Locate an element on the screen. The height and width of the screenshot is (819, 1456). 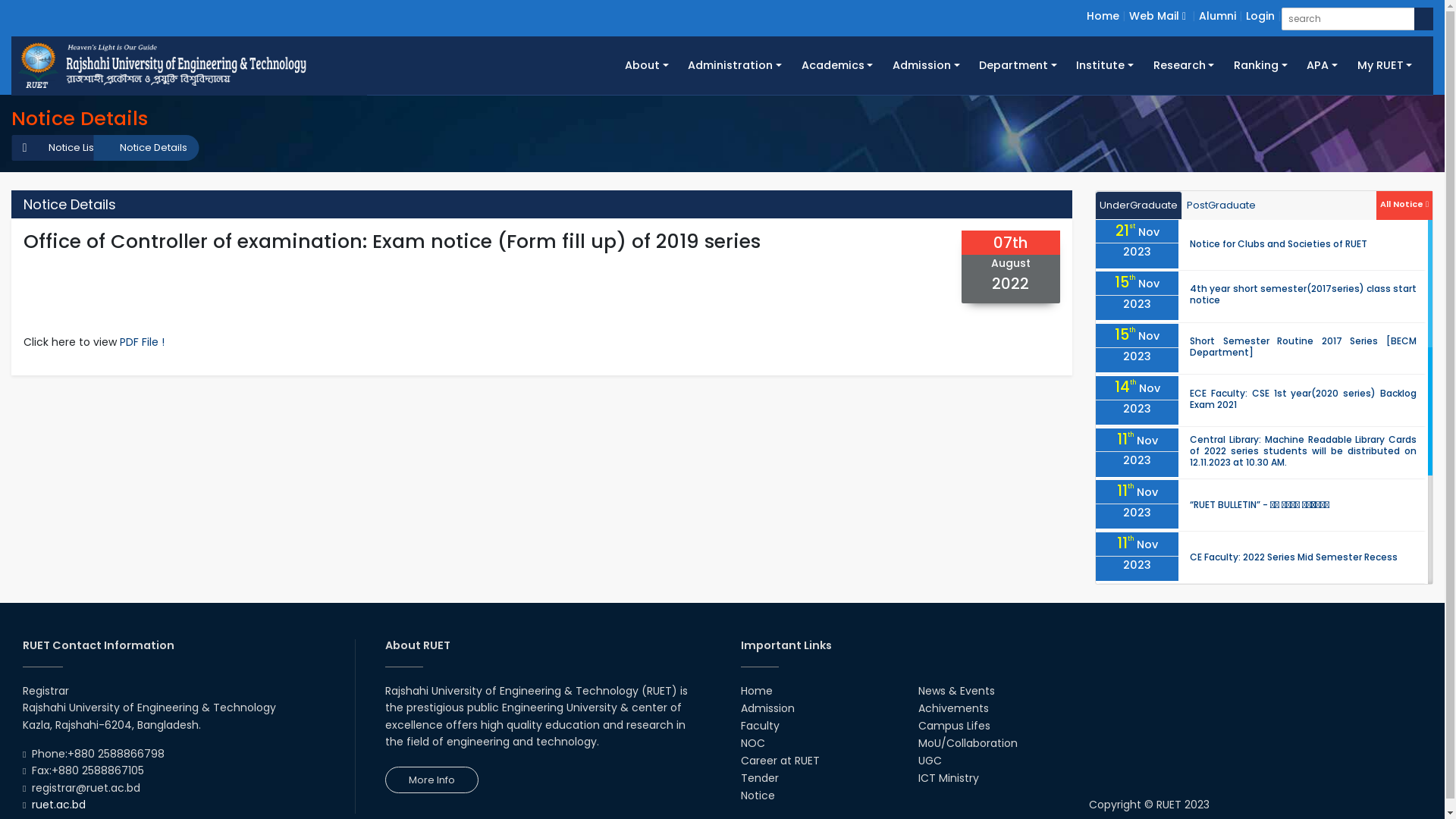
'Notice Details' is located at coordinates (146, 148).